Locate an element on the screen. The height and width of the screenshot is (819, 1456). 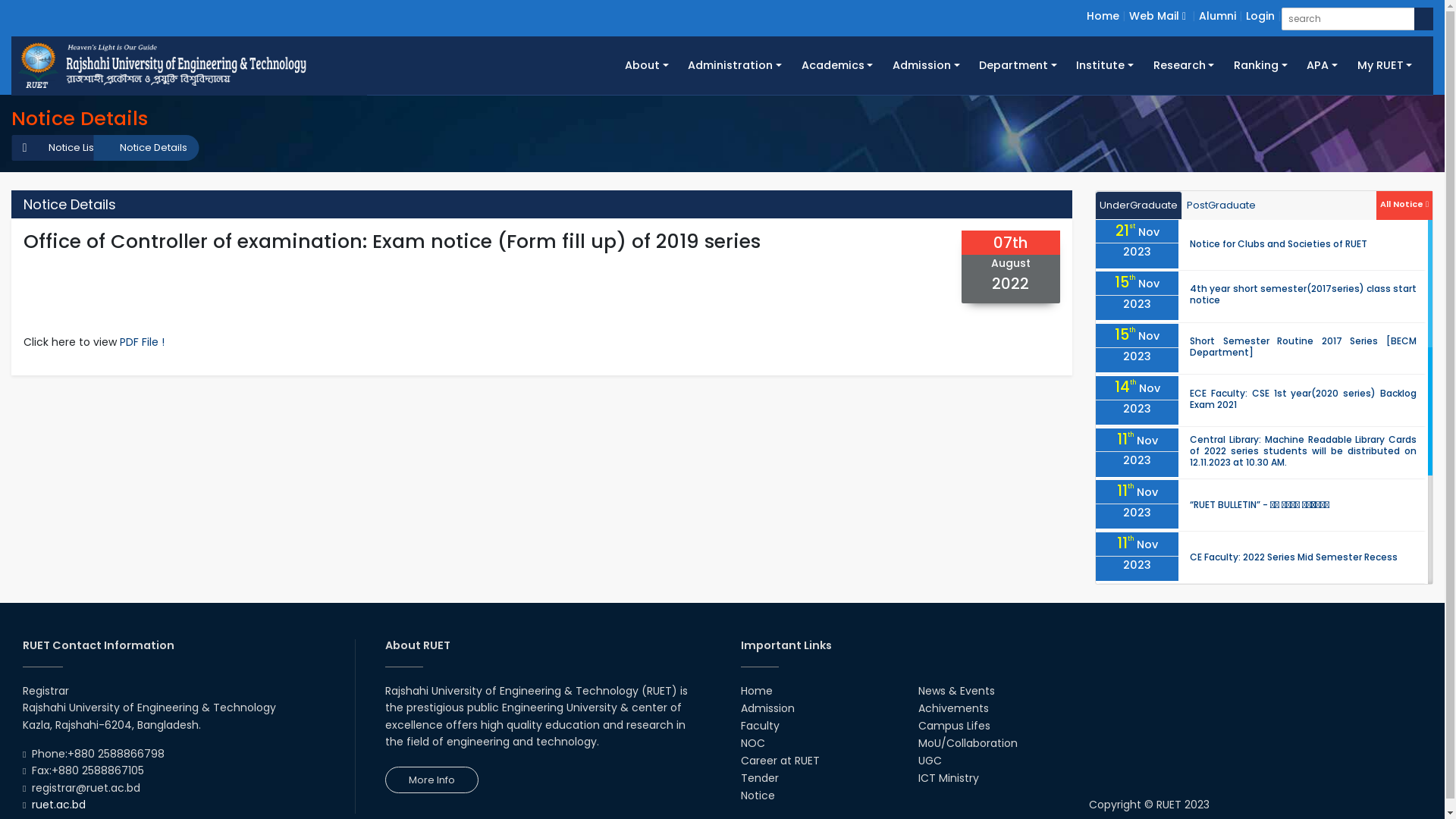
'Notice Details' is located at coordinates (146, 148).